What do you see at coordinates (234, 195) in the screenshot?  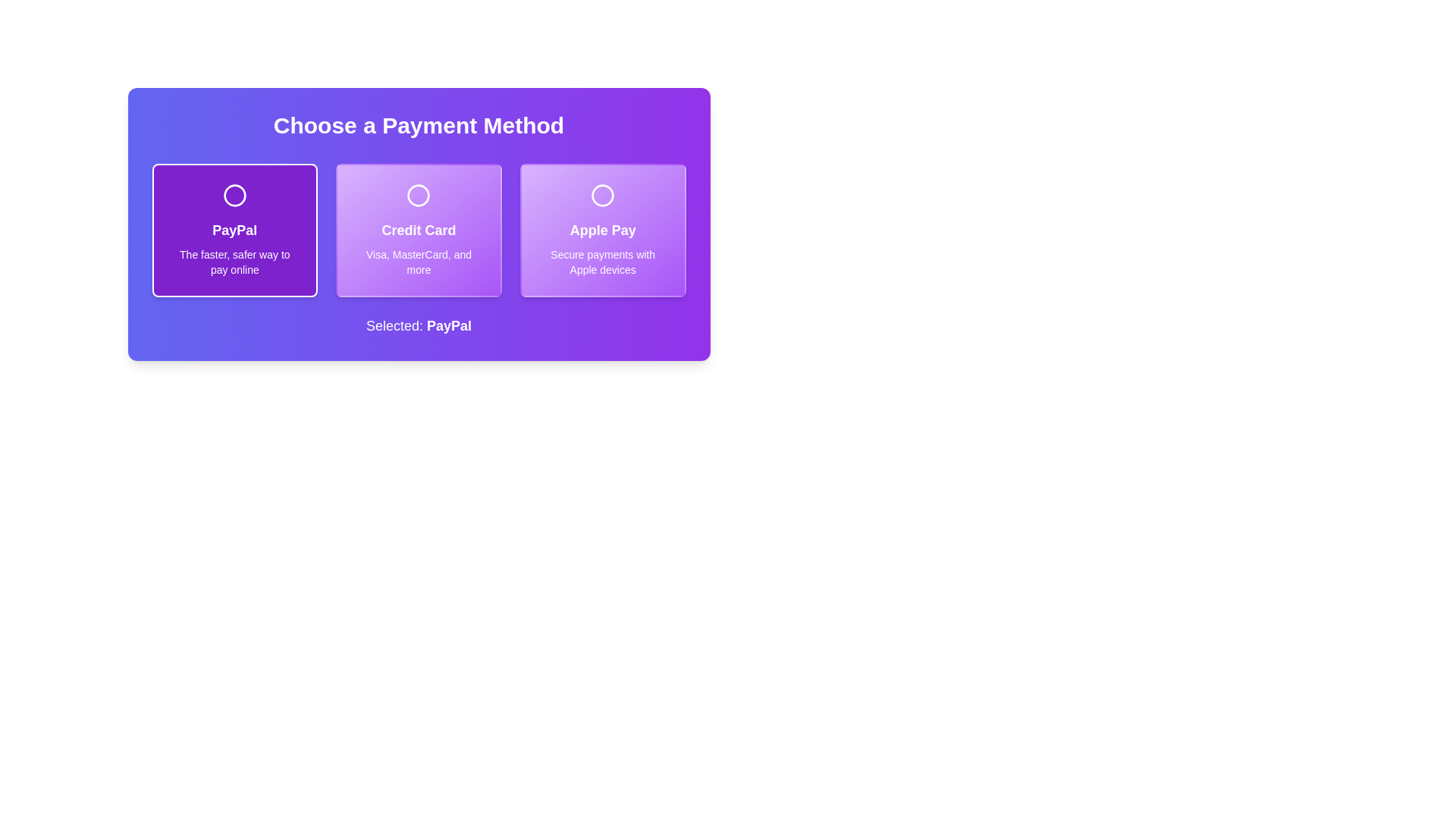 I see `the decorative graphical component of the PayPal payment option icon, which is centered within the purple selection box titled 'PayPal'` at bounding box center [234, 195].